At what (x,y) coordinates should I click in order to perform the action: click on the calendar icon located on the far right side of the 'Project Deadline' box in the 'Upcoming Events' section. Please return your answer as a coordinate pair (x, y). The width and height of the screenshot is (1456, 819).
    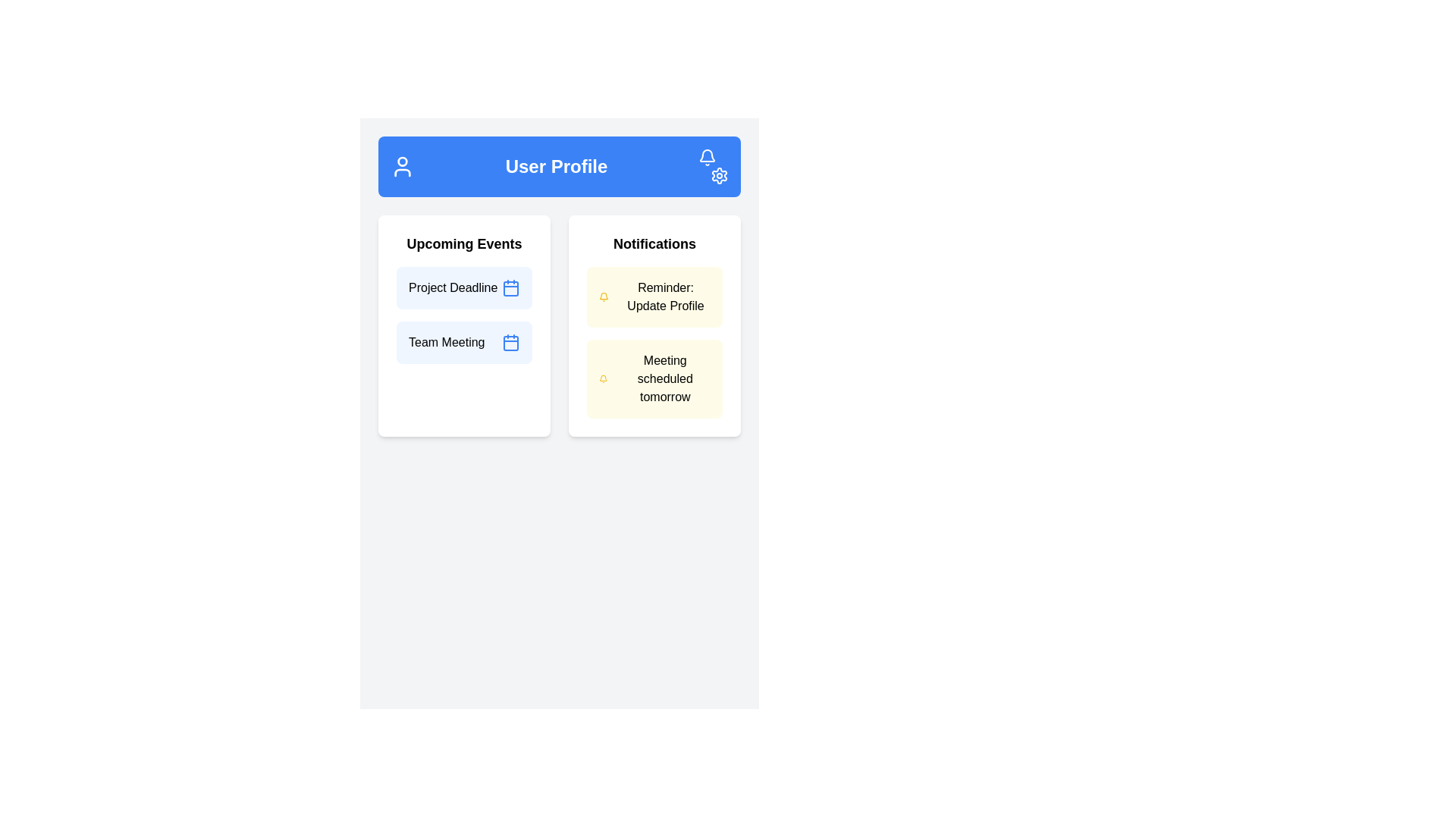
    Looking at the image, I should click on (510, 288).